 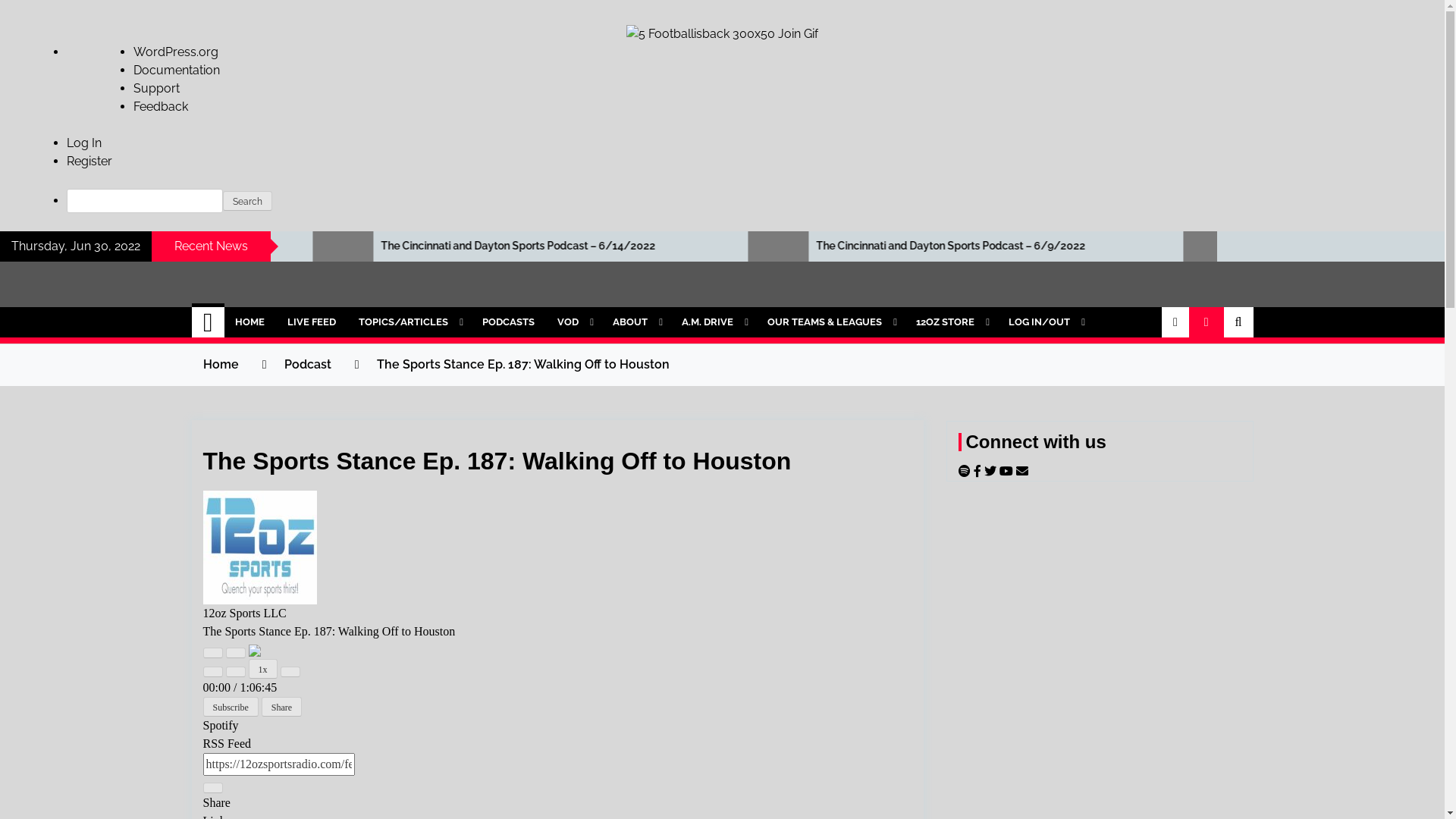 What do you see at coordinates (979, 470) in the screenshot?
I see `'12oz Sports Network on Facebook'` at bounding box center [979, 470].